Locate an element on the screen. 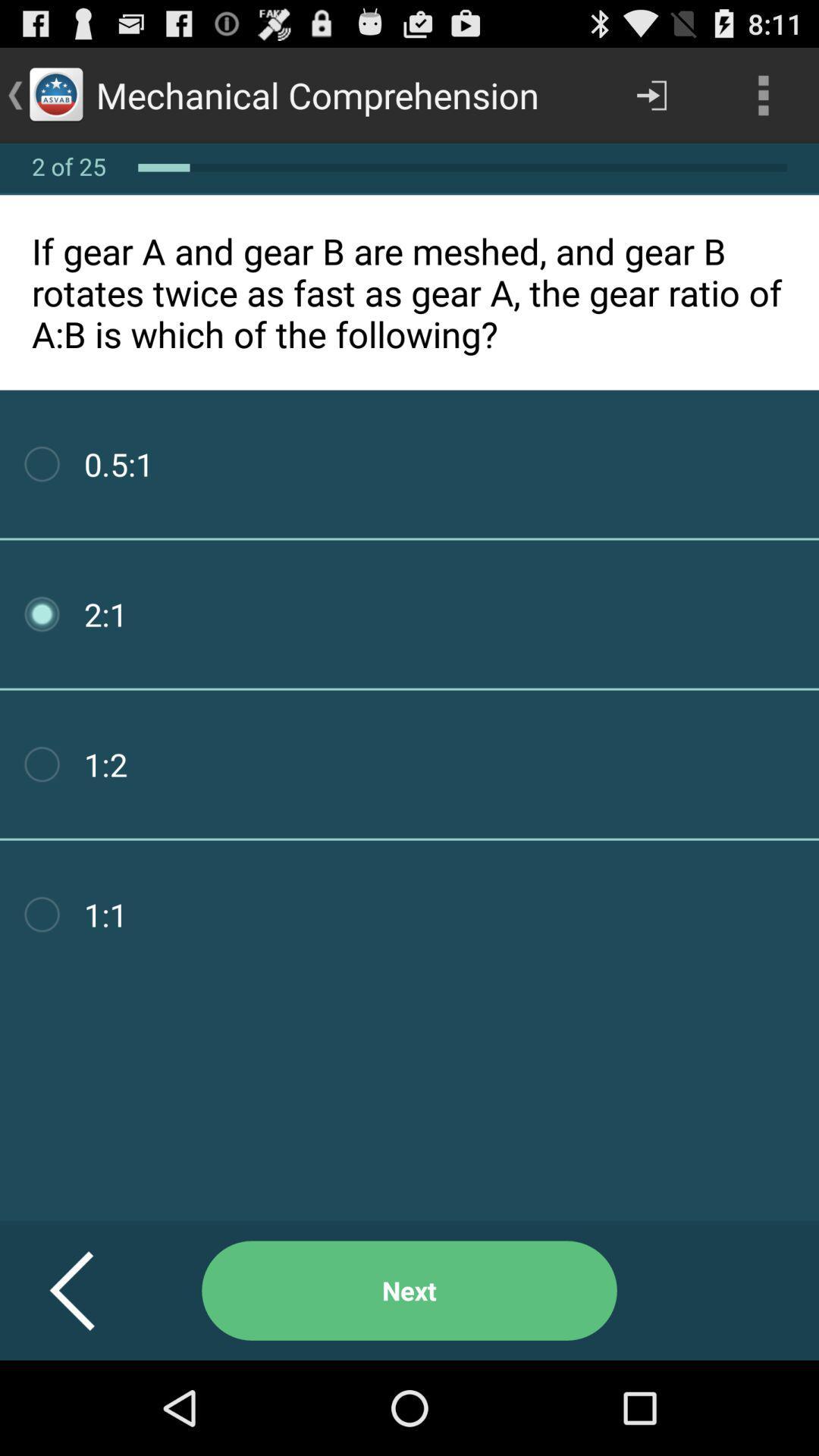 Image resolution: width=819 pixels, height=1456 pixels. item below if gear a icon is located at coordinates (409, 1290).